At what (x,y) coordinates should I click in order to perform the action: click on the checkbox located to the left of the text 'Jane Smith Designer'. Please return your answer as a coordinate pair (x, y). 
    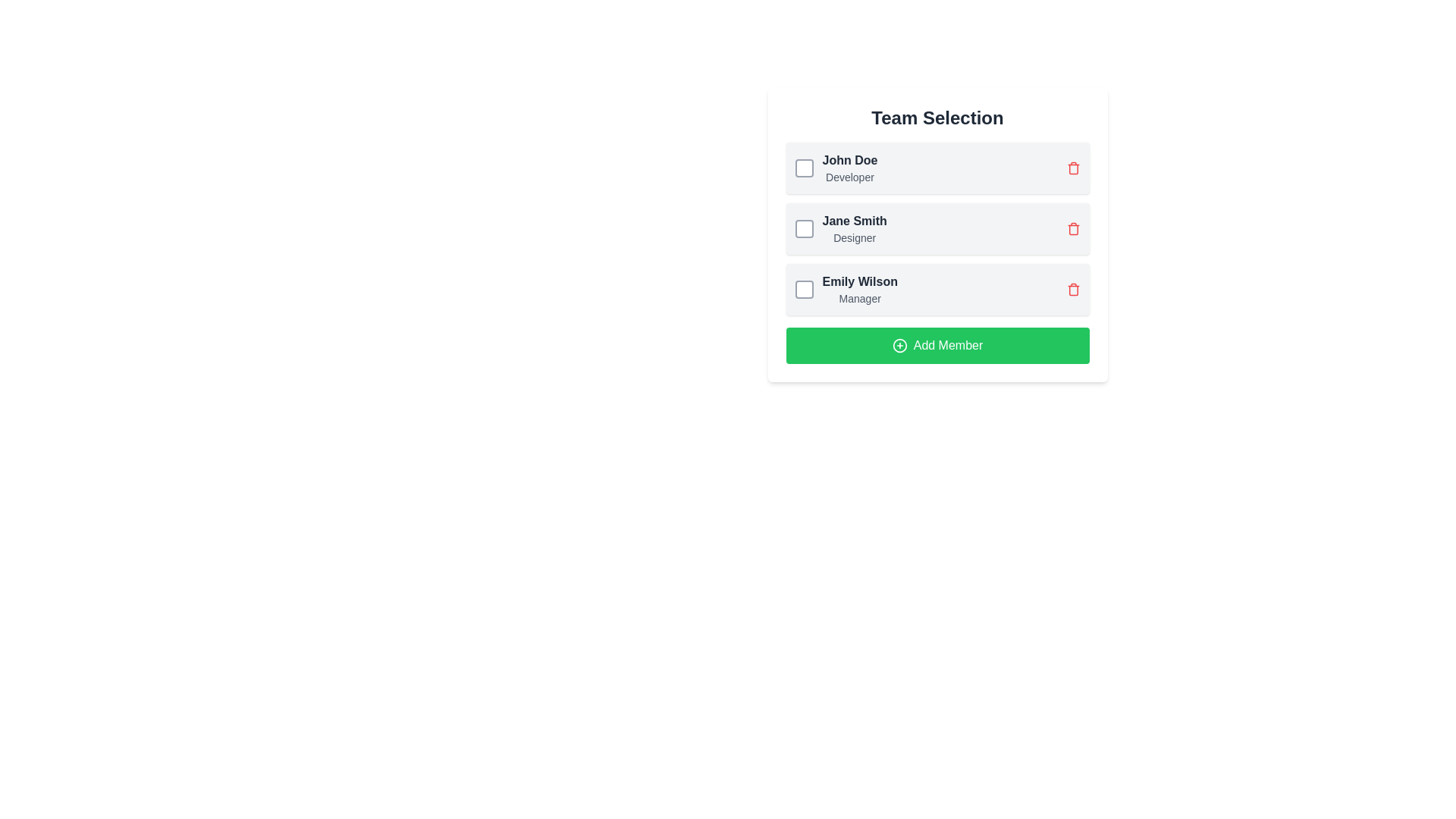
    Looking at the image, I should click on (803, 228).